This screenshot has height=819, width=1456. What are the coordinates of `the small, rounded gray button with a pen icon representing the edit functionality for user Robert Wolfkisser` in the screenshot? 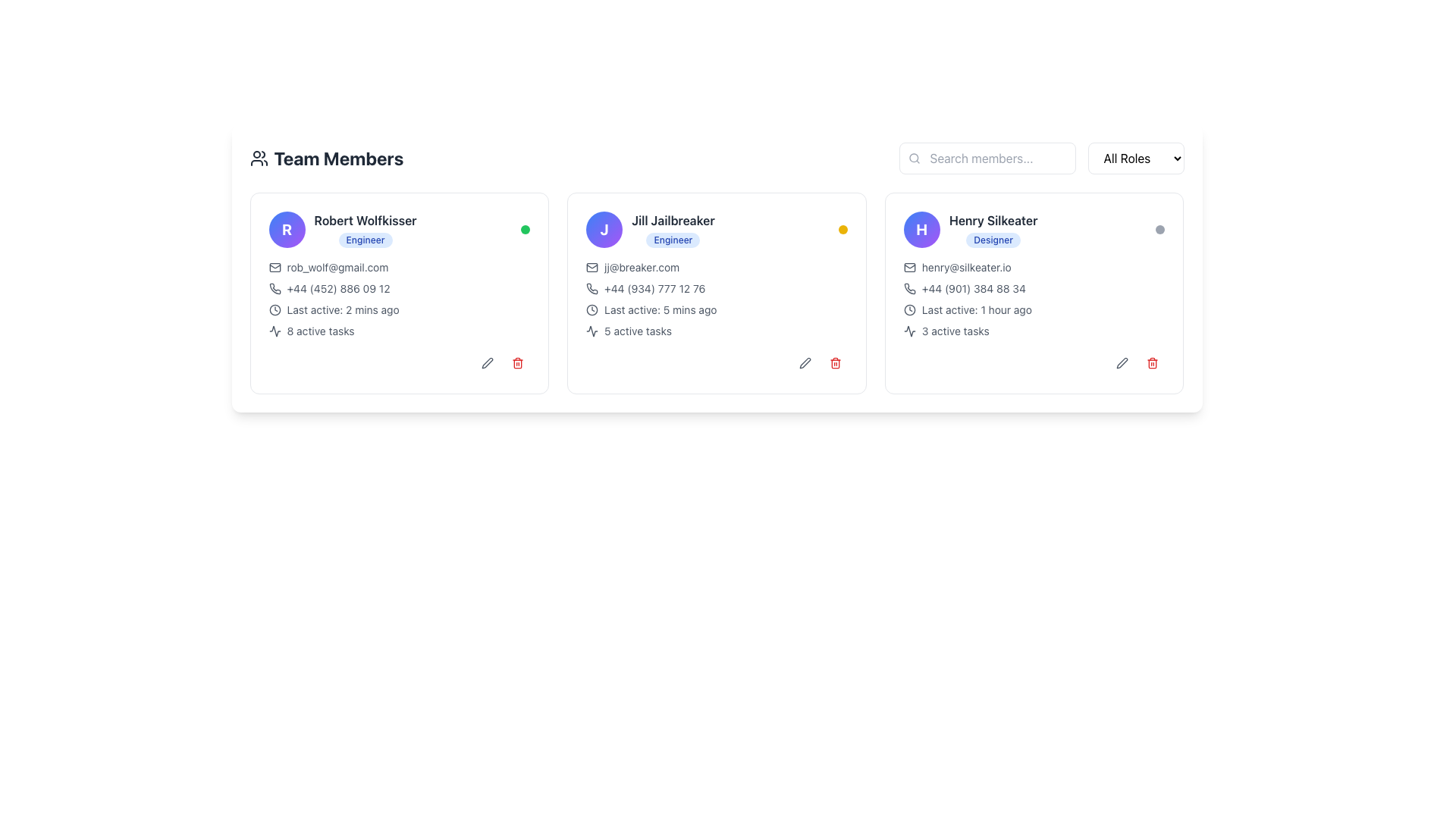 It's located at (488, 362).